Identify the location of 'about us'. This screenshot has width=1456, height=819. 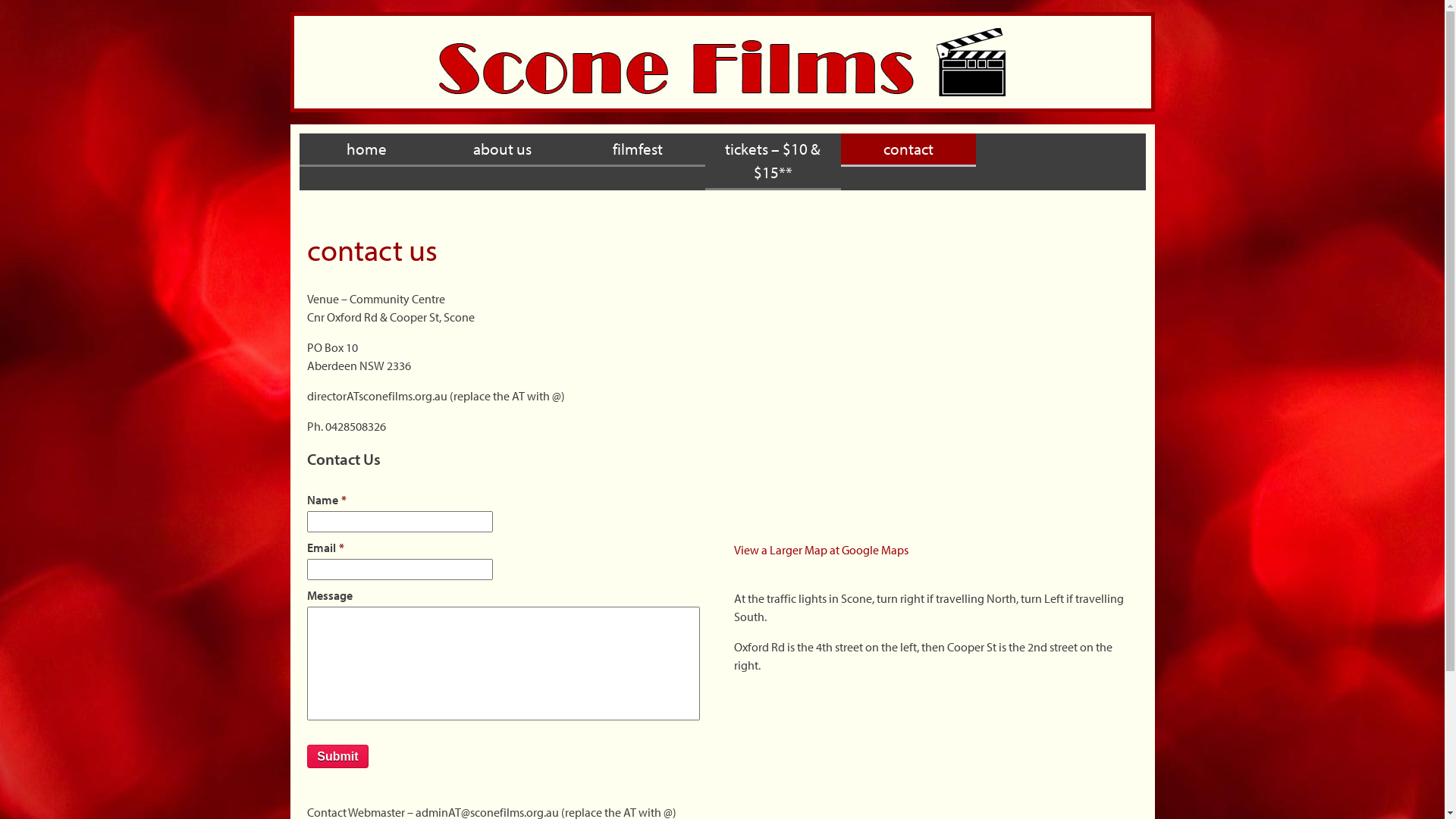
(502, 149).